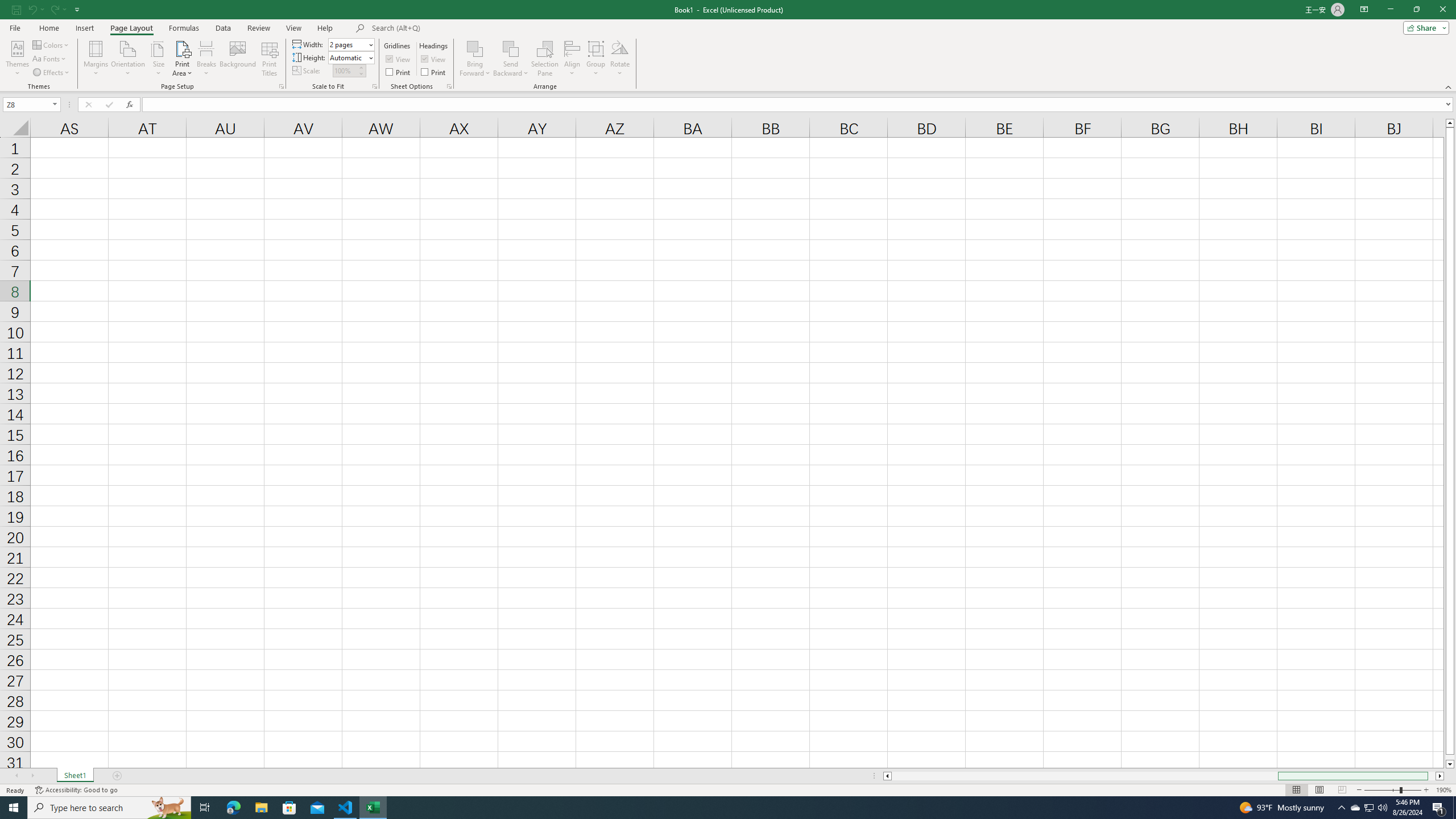 The height and width of the screenshot is (819, 1456). Describe the element at coordinates (47, 9) in the screenshot. I see `'Quick Access Toolbar'` at that location.